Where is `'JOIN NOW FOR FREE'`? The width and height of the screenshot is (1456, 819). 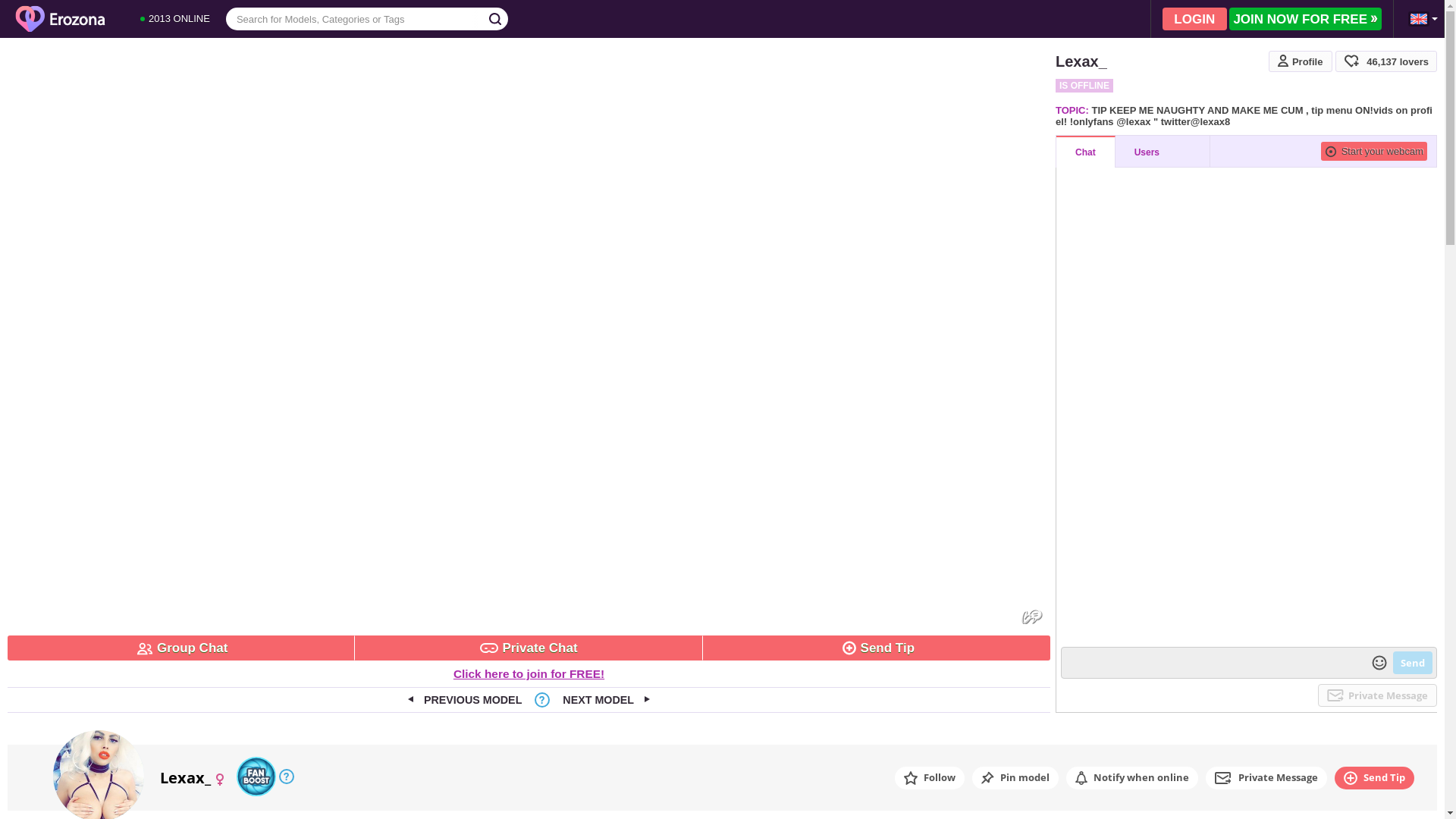
'JOIN NOW FOR FREE' is located at coordinates (1304, 18).